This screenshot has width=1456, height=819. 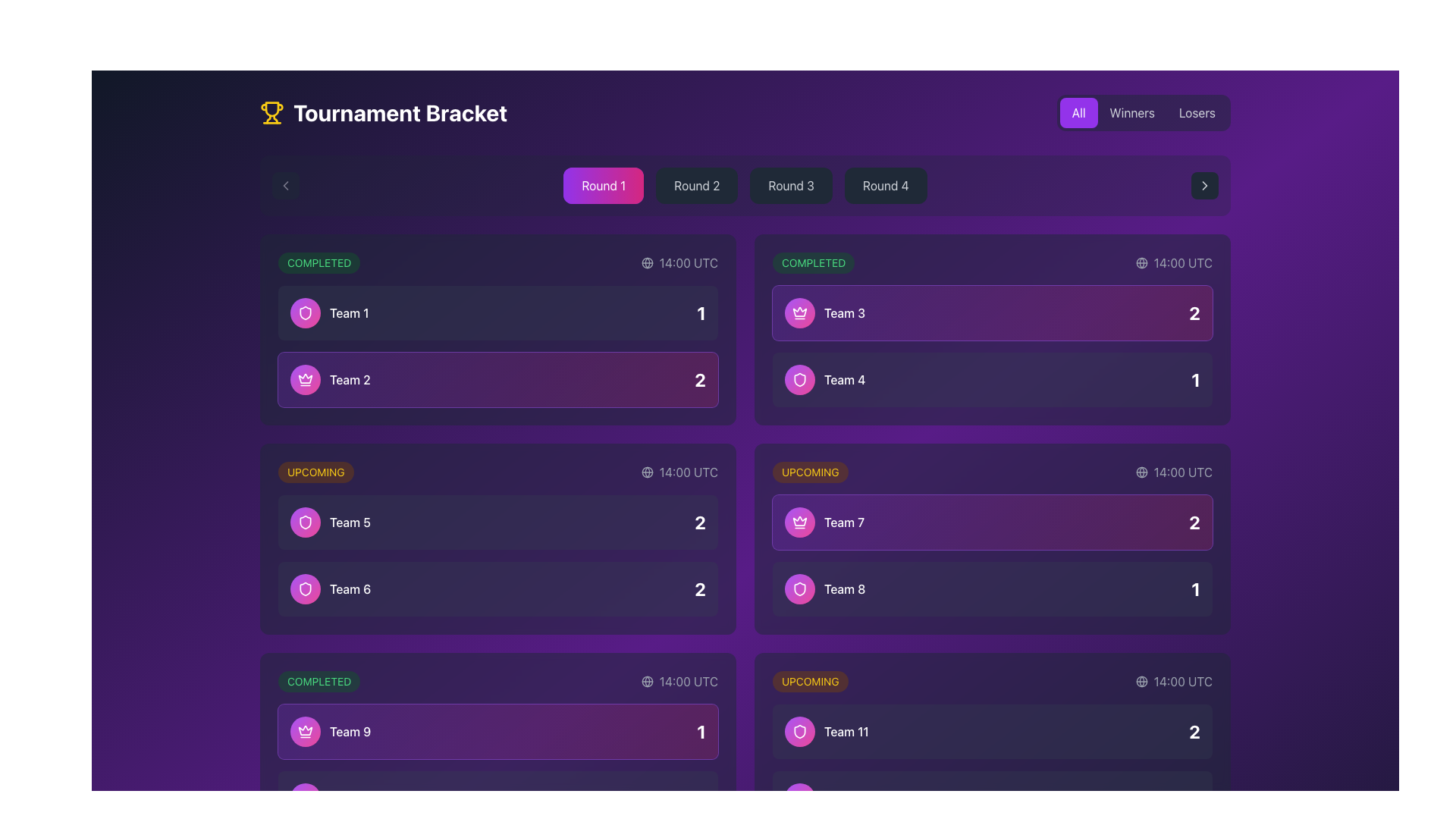 What do you see at coordinates (1203, 185) in the screenshot?
I see `the right-pointing chevron icon that is part of an SVG element, styled in black and red, located on the right side of the filter options panel` at bounding box center [1203, 185].